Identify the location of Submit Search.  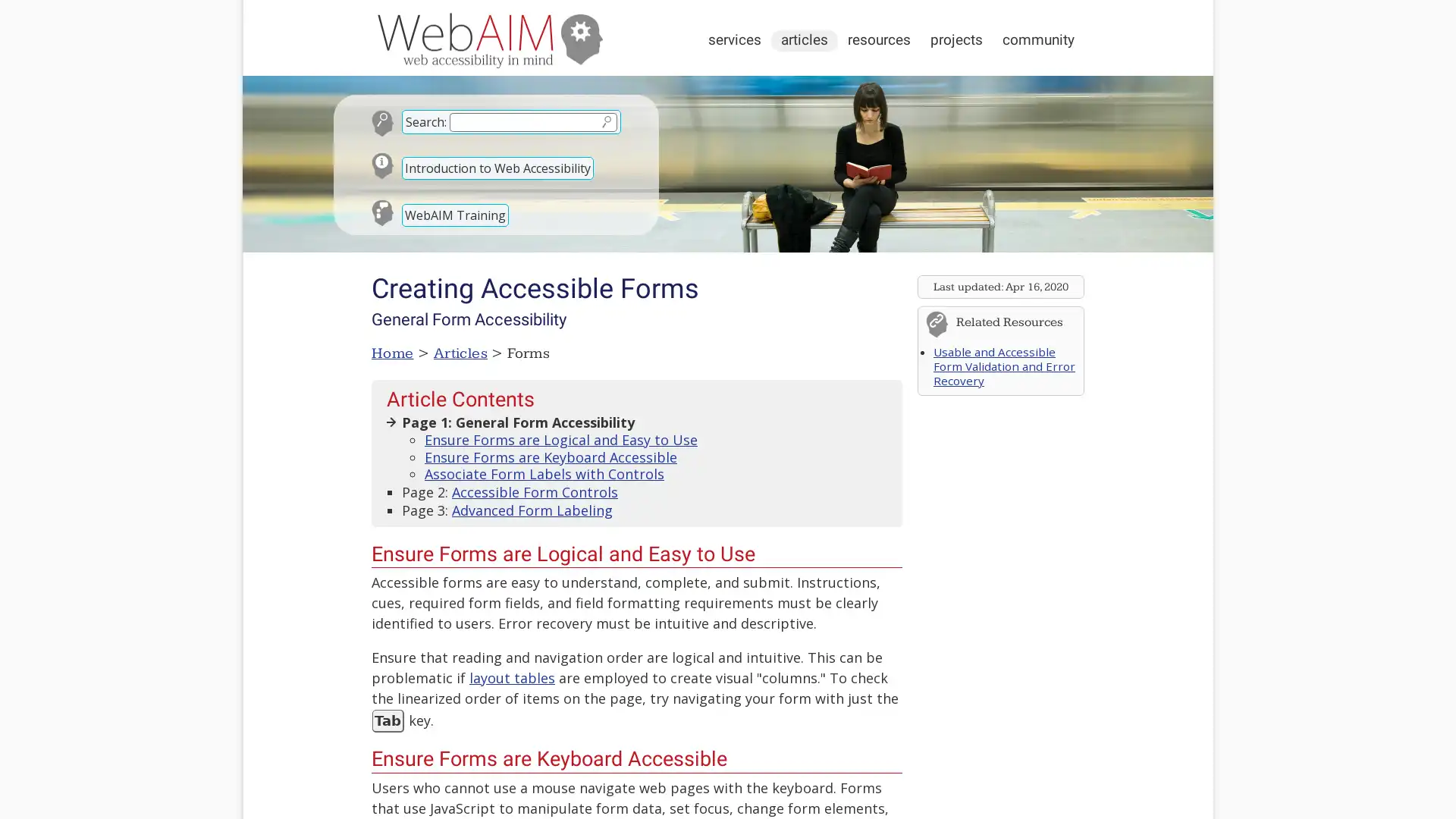
(605, 121).